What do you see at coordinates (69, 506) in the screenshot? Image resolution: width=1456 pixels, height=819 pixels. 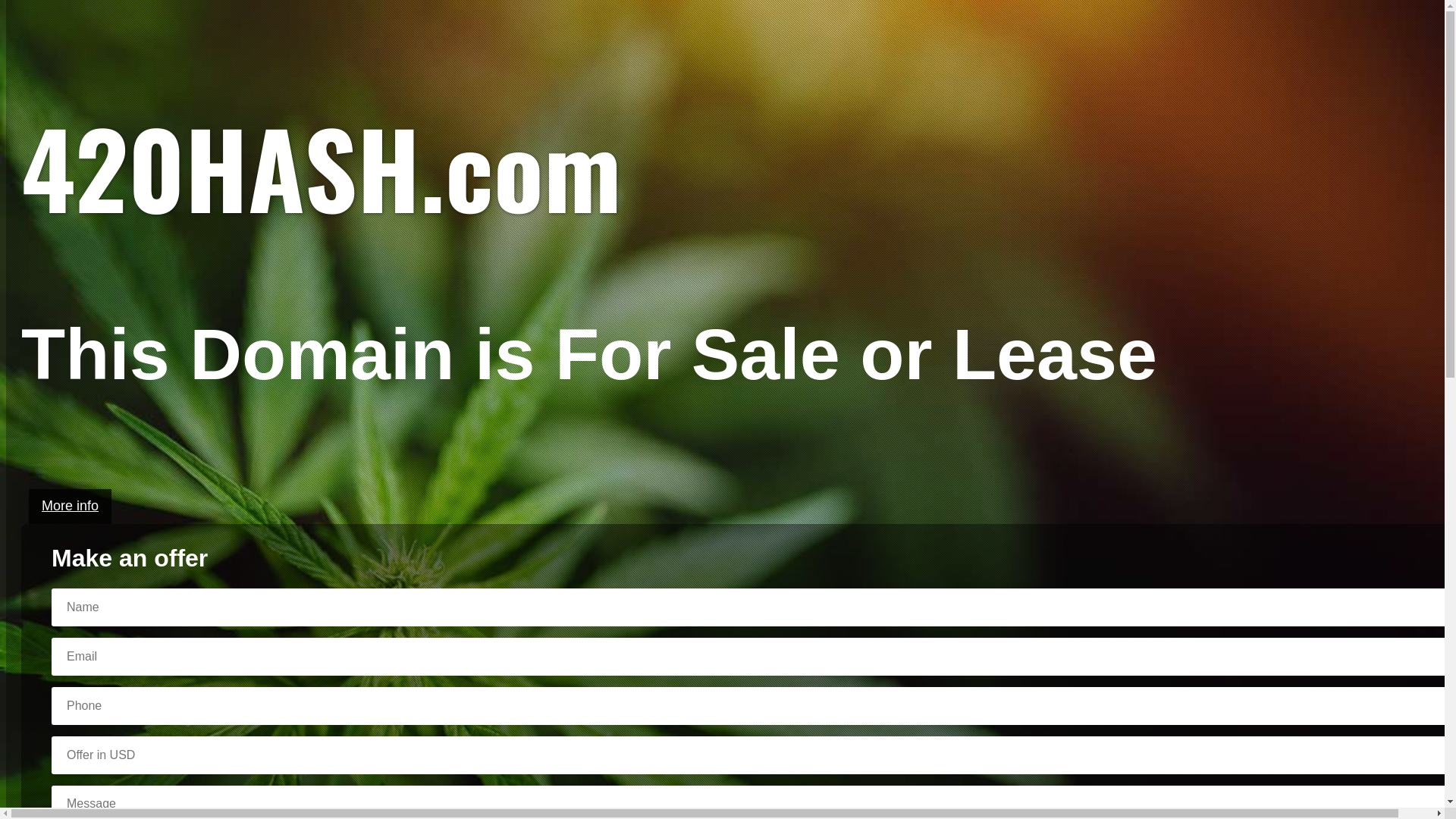 I see `'More info'` at bounding box center [69, 506].